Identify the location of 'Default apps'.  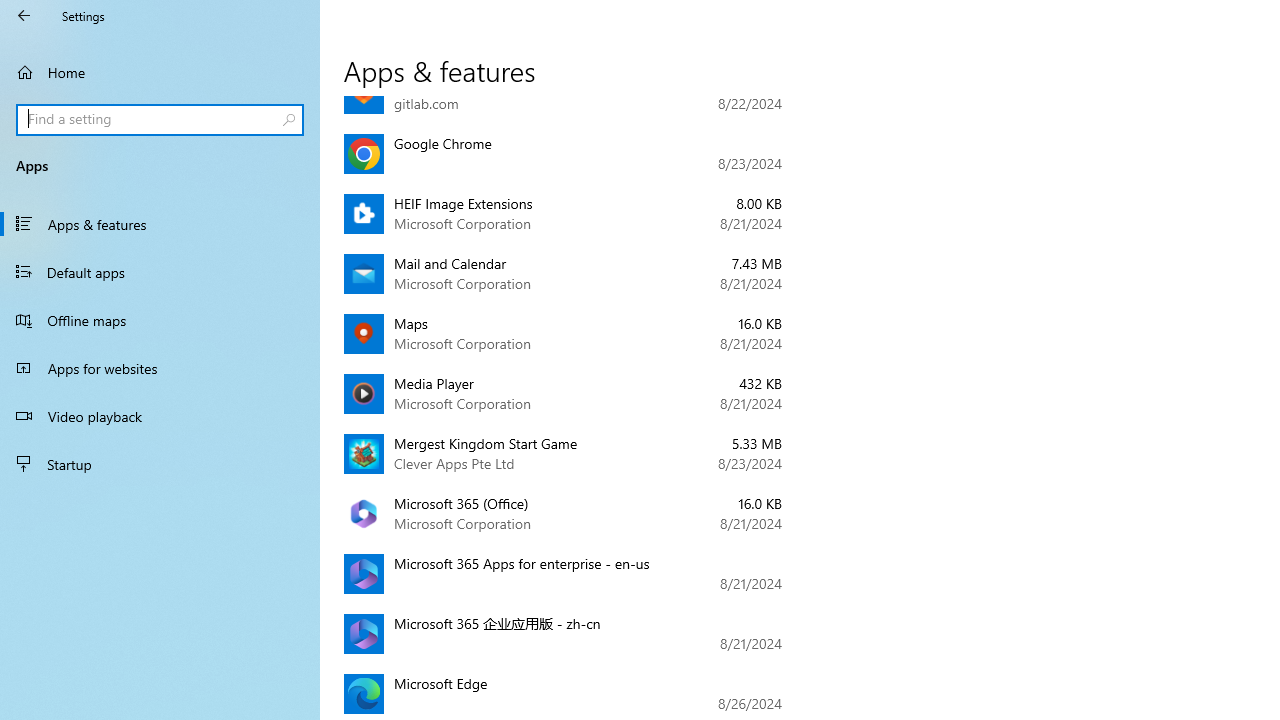
(160, 271).